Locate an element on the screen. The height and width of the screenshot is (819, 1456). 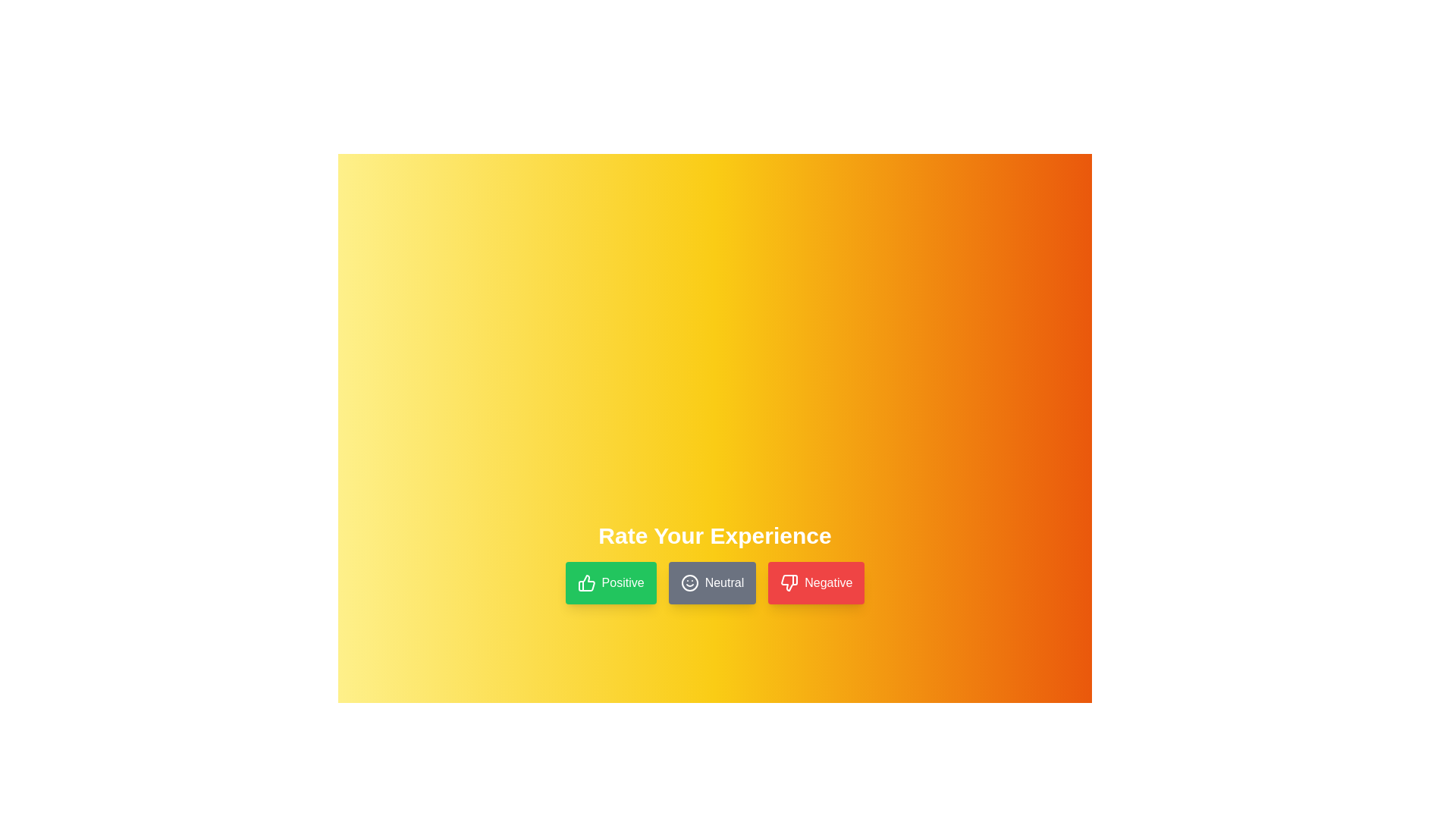
the thumbs-up icon with a green background located next to the text 'Positive' to trigger additional effects is located at coordinates (585, 582).